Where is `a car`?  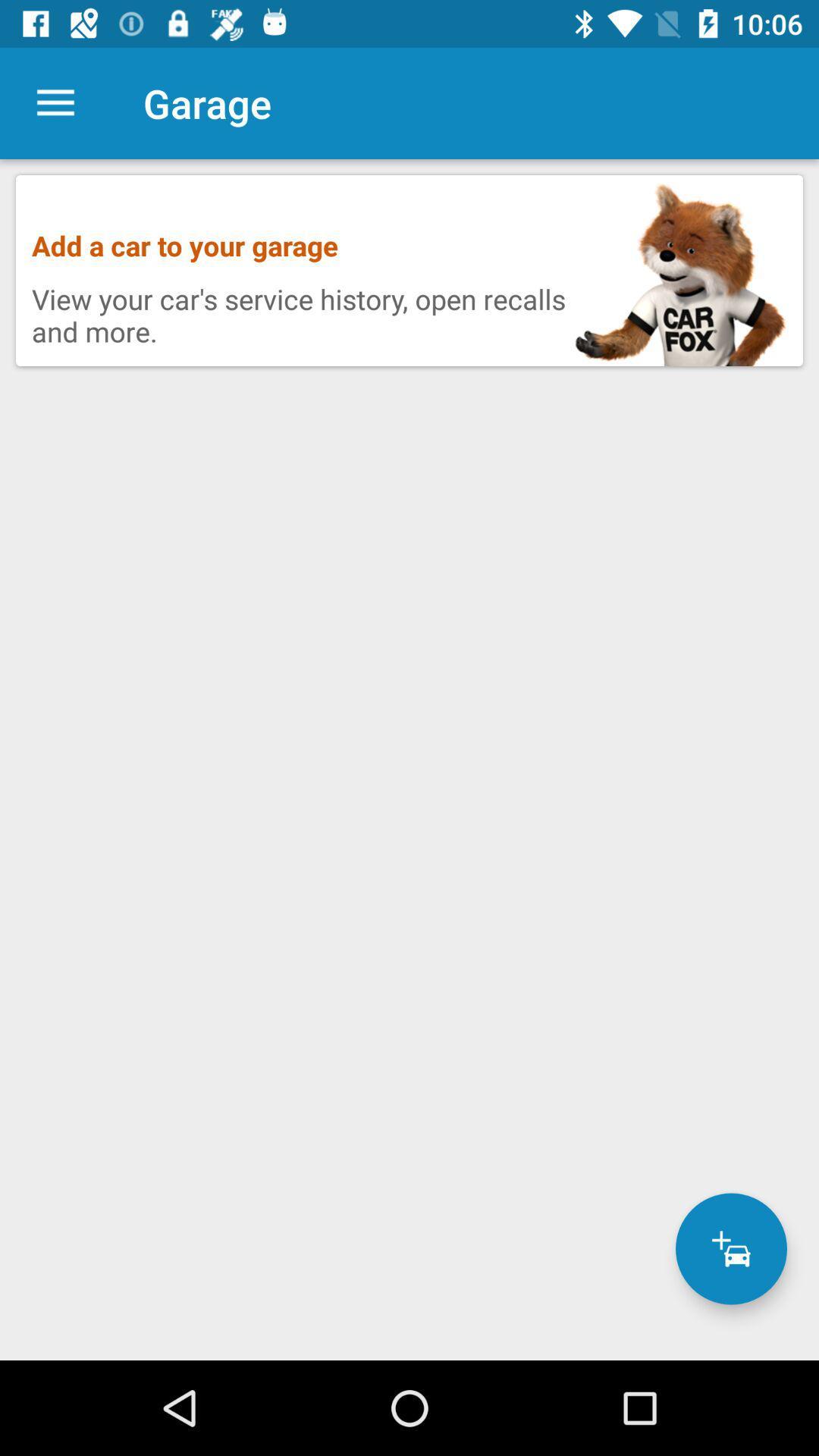
a car is located at coordinates (730, 1248).